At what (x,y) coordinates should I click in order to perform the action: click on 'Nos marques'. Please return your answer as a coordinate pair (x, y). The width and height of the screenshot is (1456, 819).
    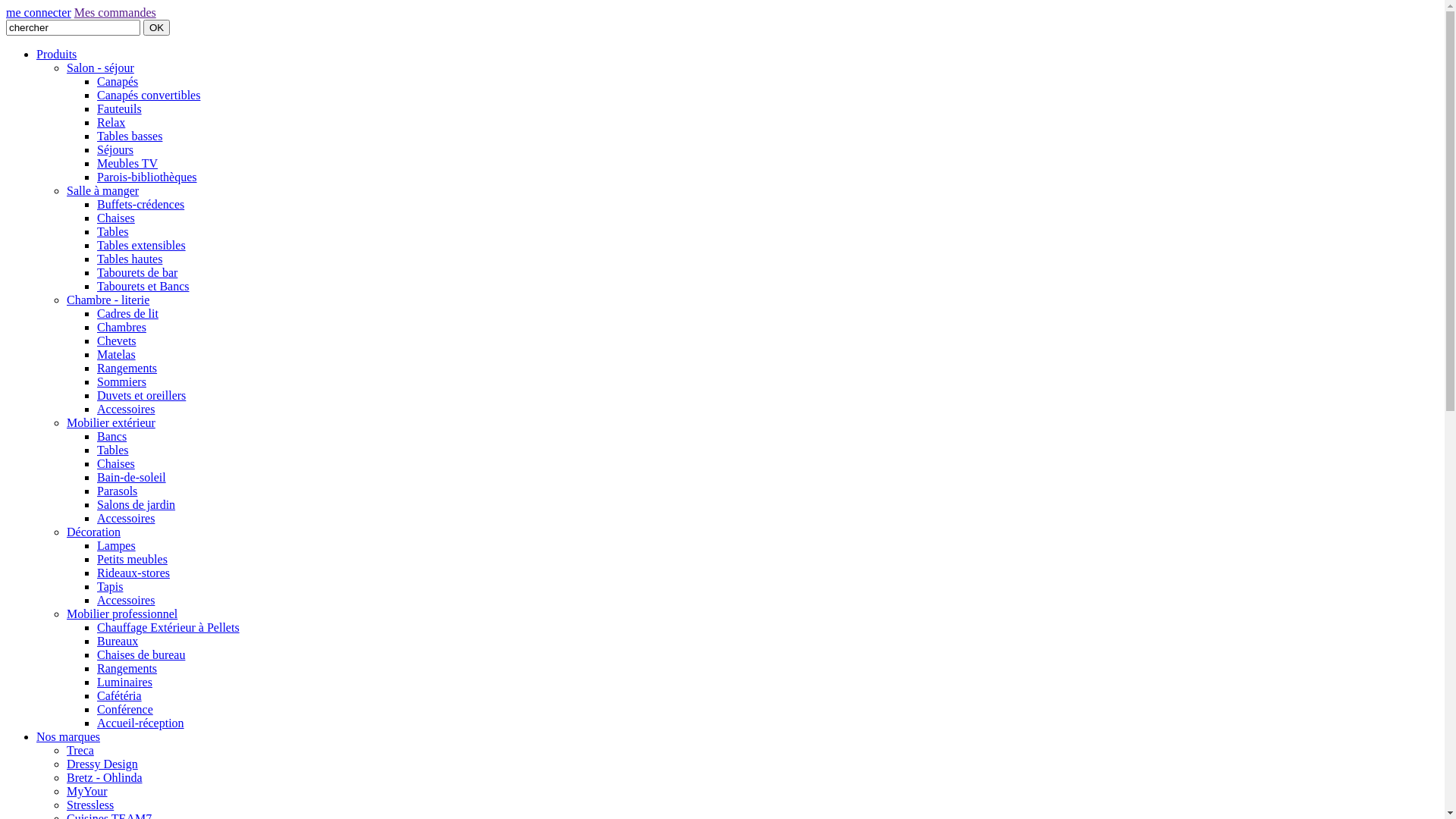
    Looking at the image, I should click on (36, 736).